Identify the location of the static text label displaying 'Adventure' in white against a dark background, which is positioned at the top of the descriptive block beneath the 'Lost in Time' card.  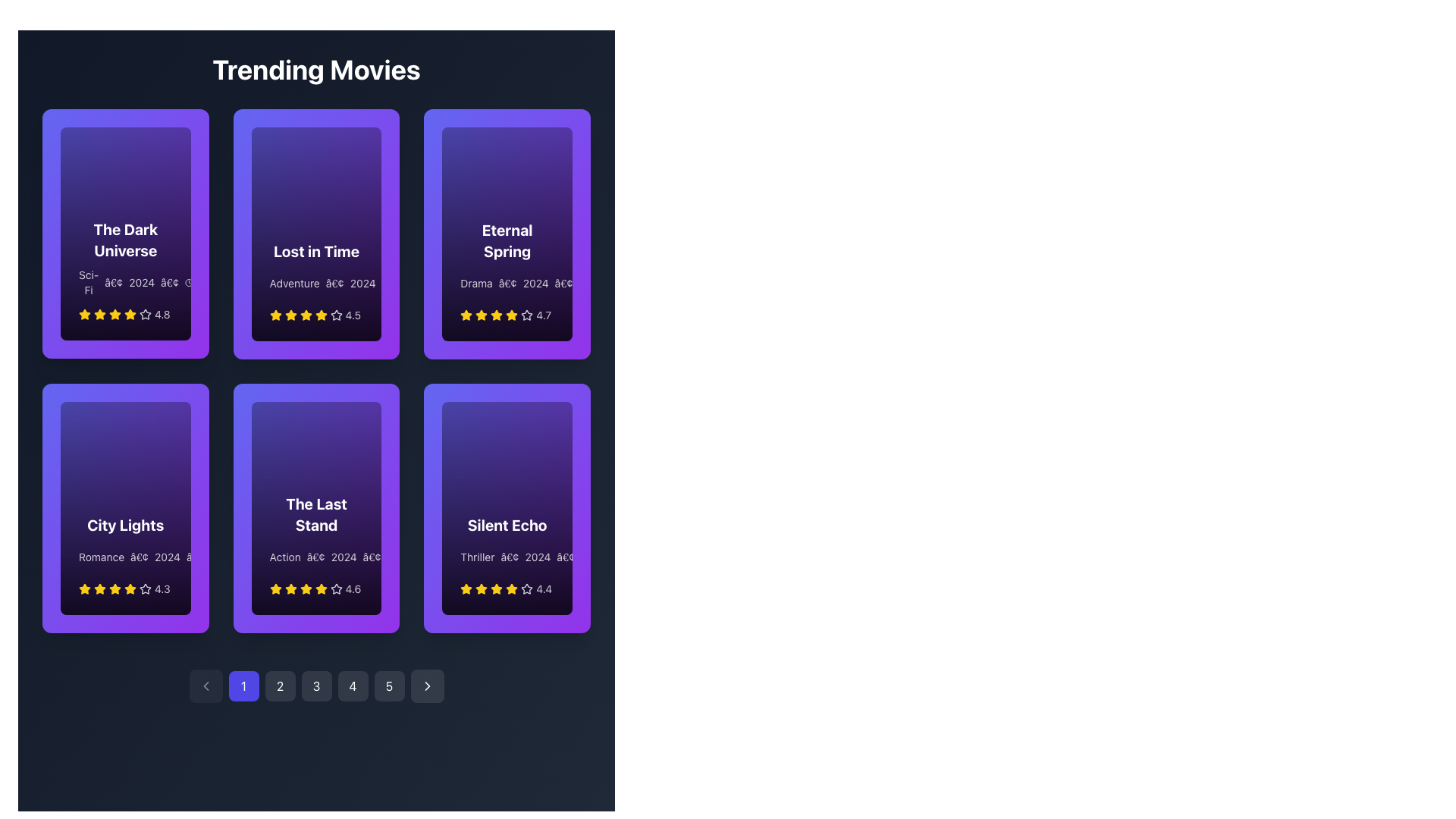
(294, 283).